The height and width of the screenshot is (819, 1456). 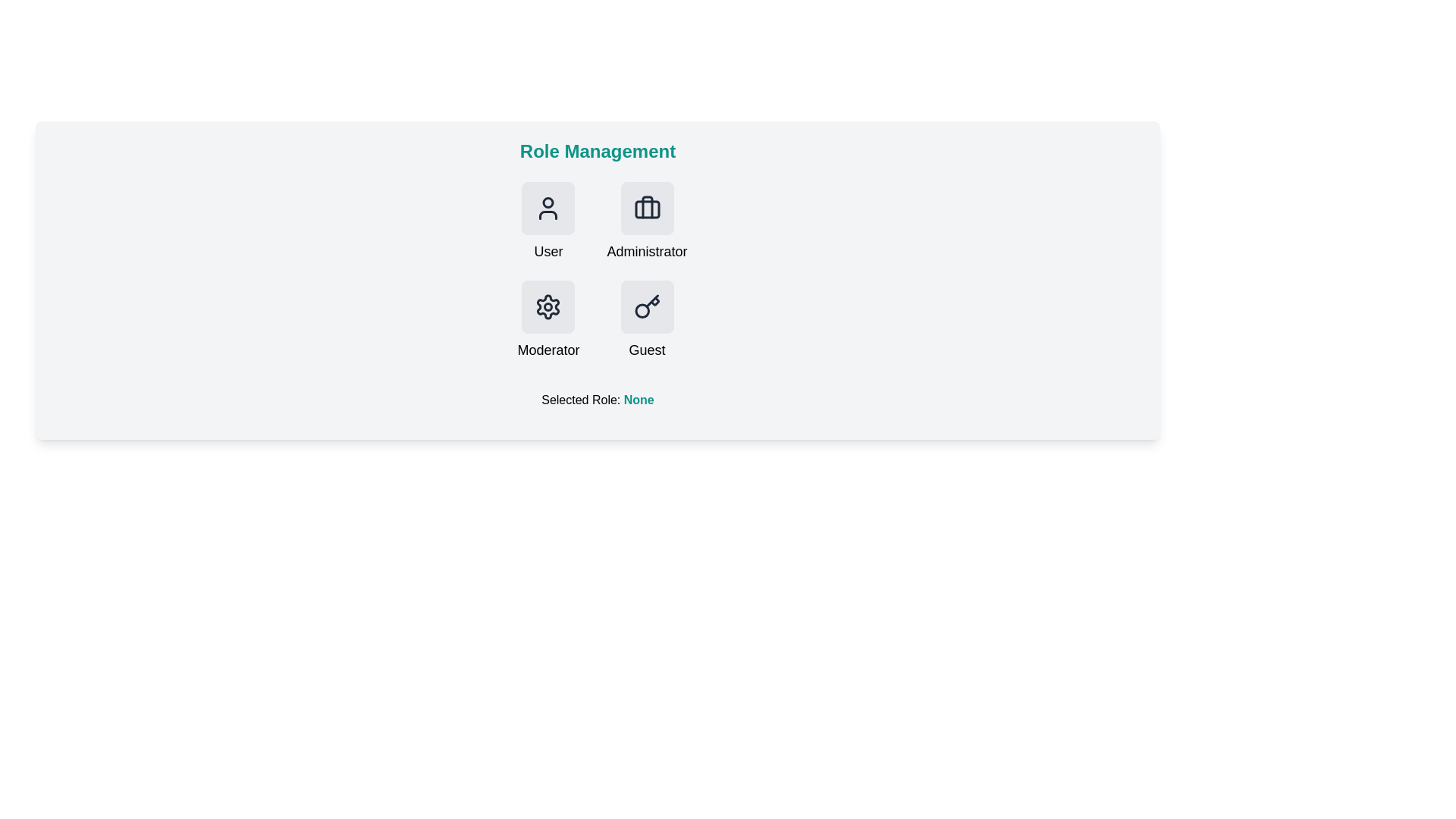 I want to click on the small circular decorative element within the gear-like icon, which is the central part of the gear icon located in the second row, left column of the grid layout, so click(x=548, y=307).